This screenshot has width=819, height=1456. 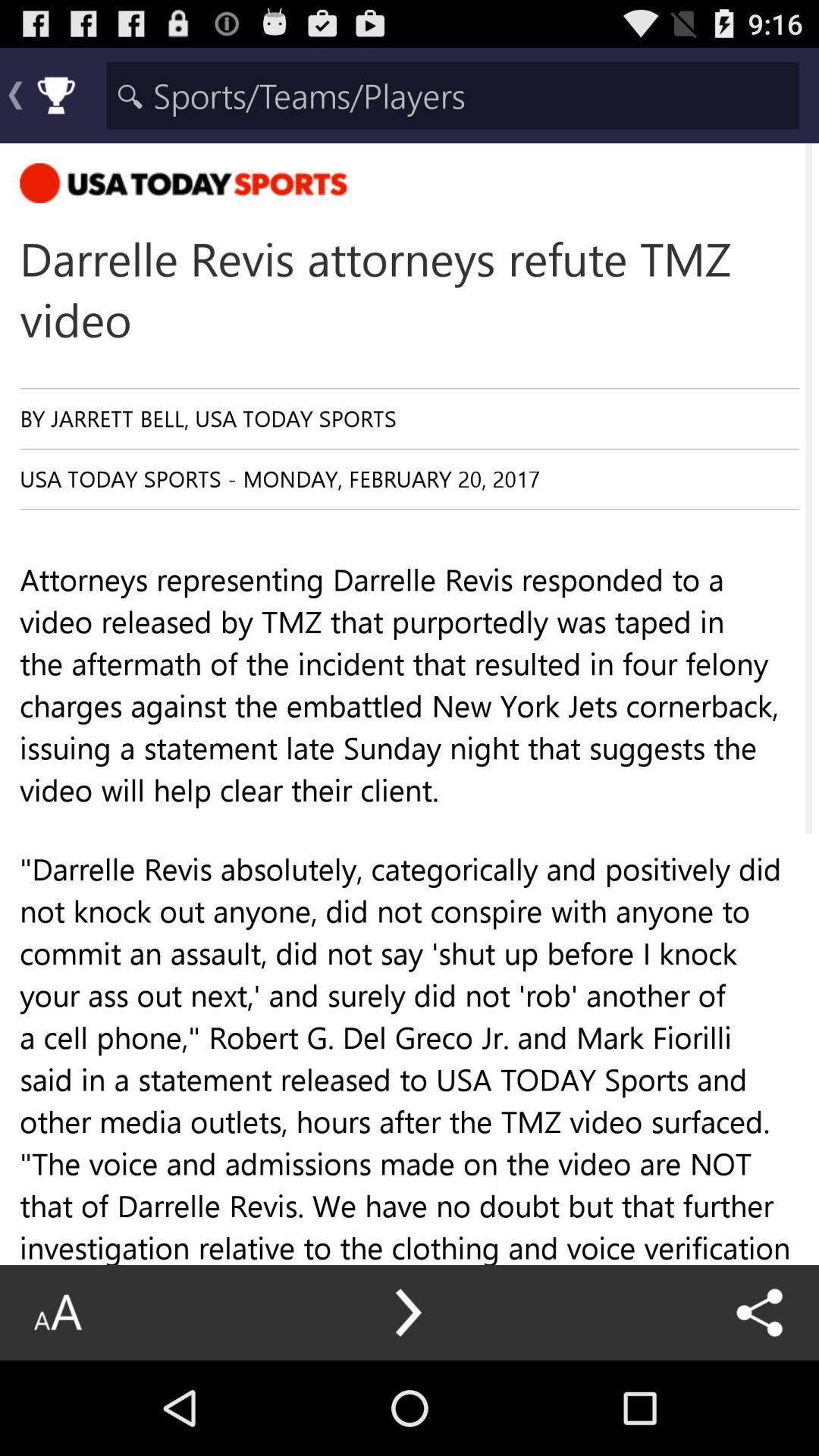 I want to click on breadcrumbs, so click(x=452, y=94).